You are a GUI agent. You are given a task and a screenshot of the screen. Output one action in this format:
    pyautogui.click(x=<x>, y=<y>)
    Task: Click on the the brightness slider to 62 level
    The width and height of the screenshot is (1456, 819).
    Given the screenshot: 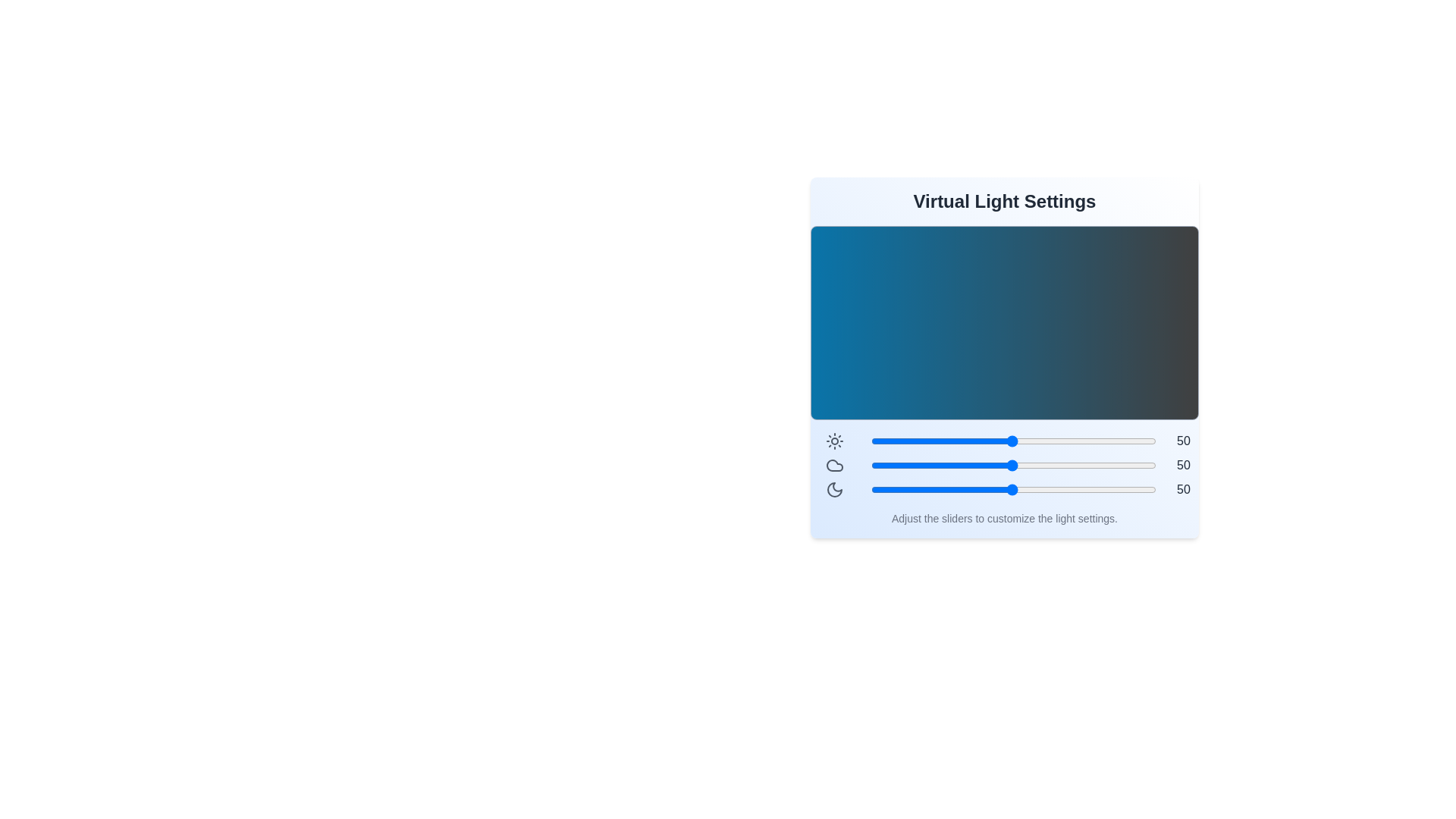 What is the action you would take?
    pyautogui.click(x=1046, y=441)
    